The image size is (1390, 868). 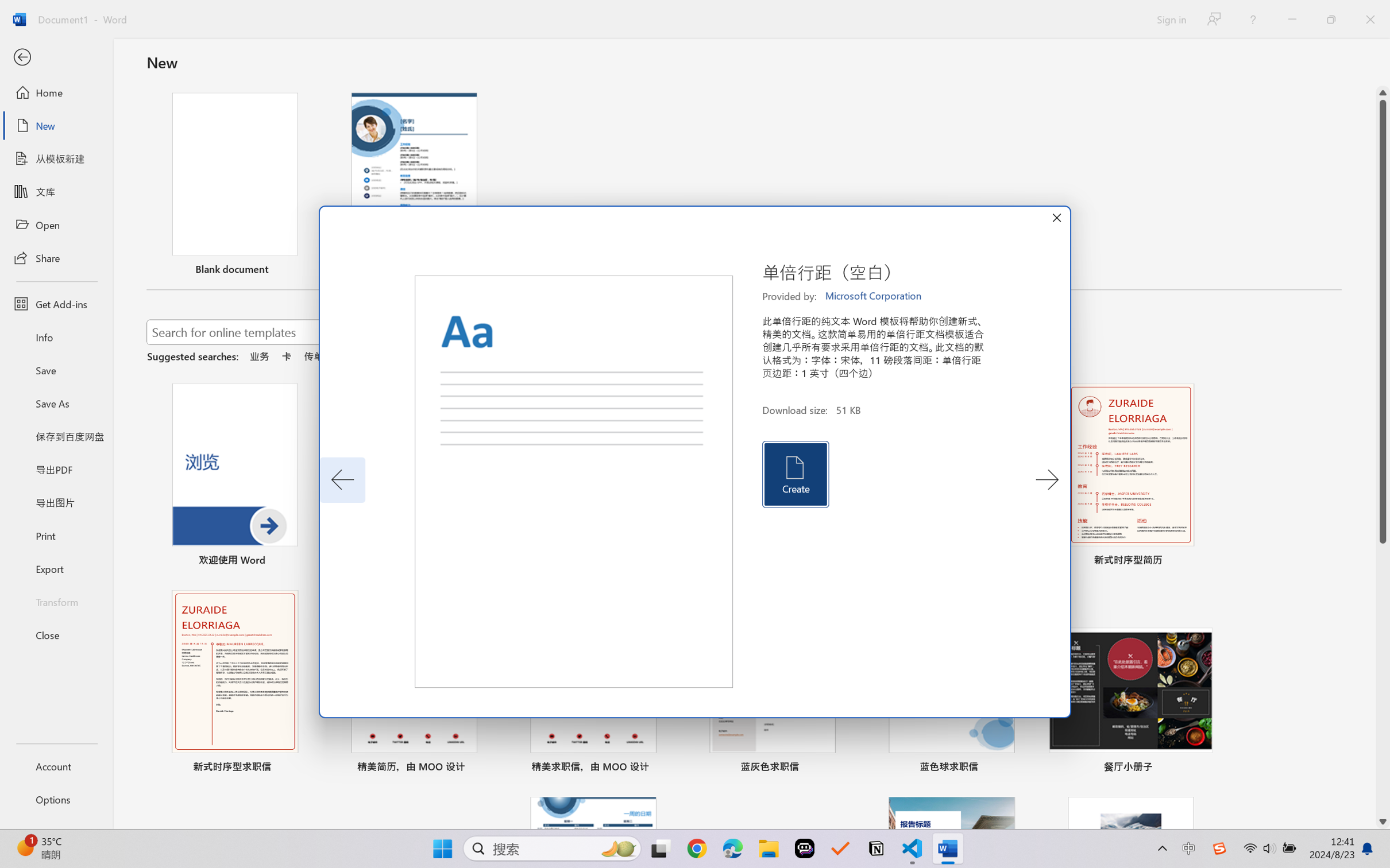 What do you see at coordinates (794, 474) in the screenshot?
I see `'Create'` at bounding box center [794, 474].